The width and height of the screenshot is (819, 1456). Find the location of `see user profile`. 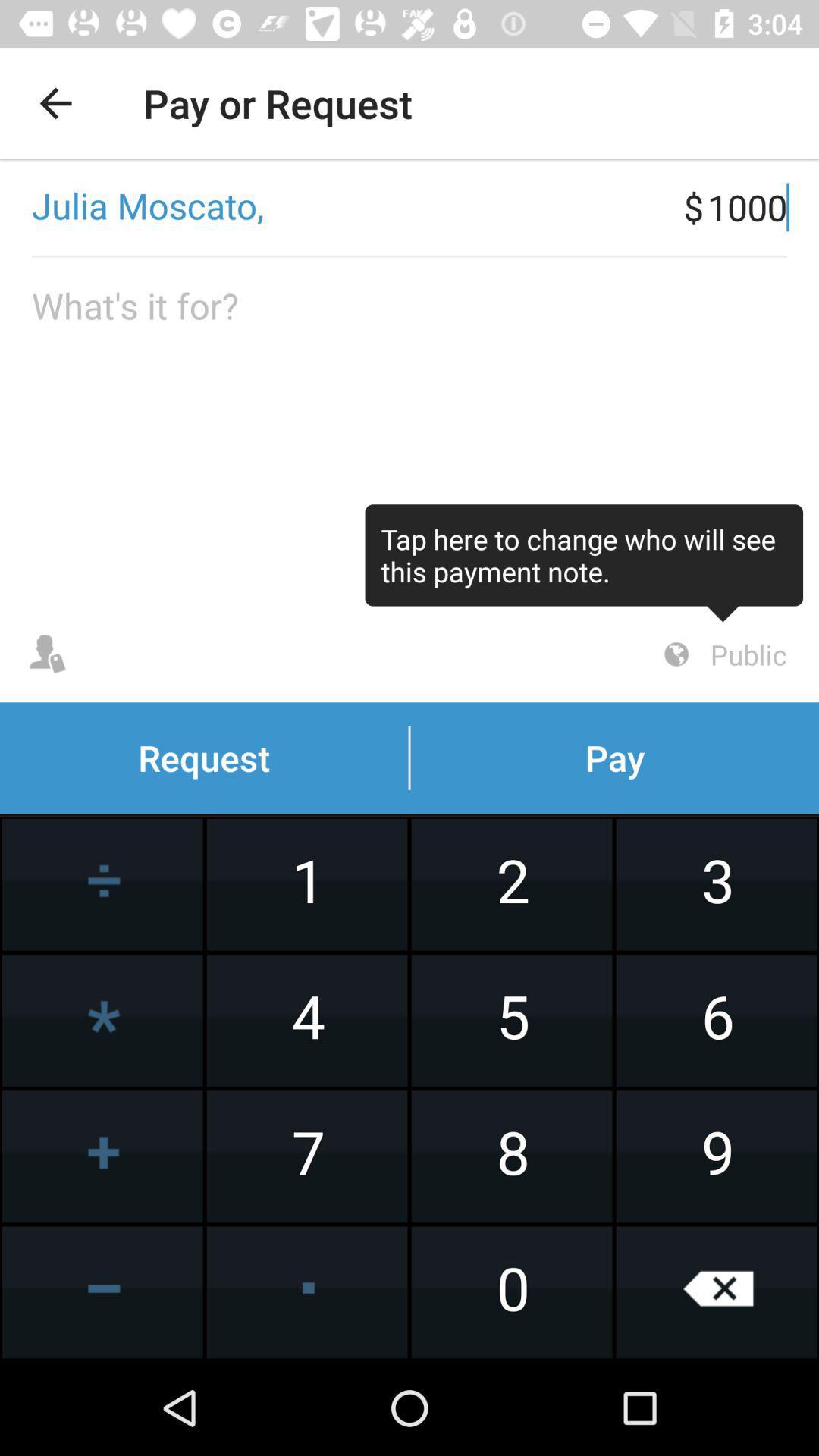

see user profile is located at coordinates (46, 654).